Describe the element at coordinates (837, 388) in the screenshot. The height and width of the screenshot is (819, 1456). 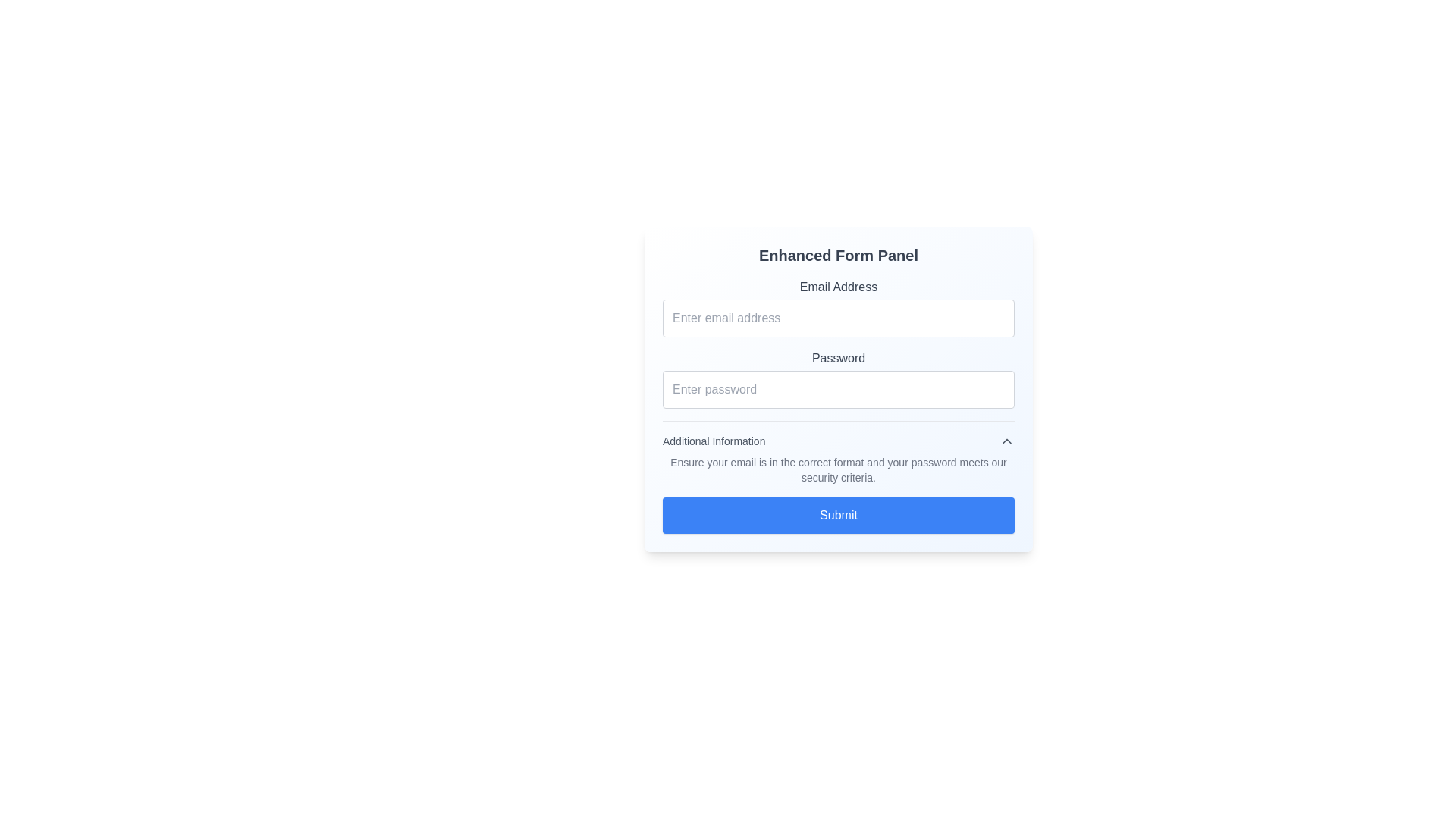
I see `the password input field, which is a horizontally elongated rectangular field with rounded corners and a light gray border, to focus it` at that location.